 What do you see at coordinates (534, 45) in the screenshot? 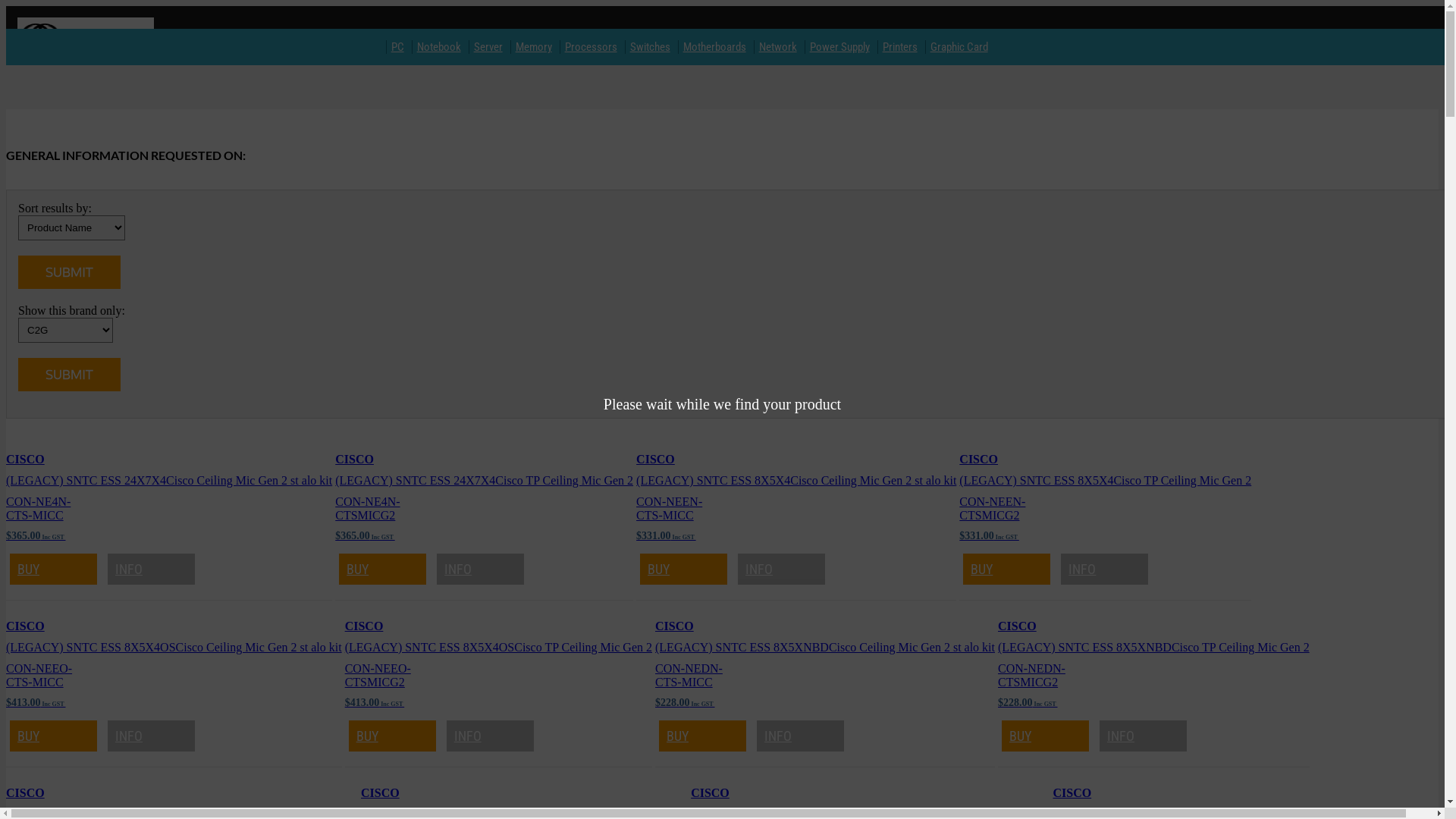
I see `'Memory'` at bounding box center [534, 45].